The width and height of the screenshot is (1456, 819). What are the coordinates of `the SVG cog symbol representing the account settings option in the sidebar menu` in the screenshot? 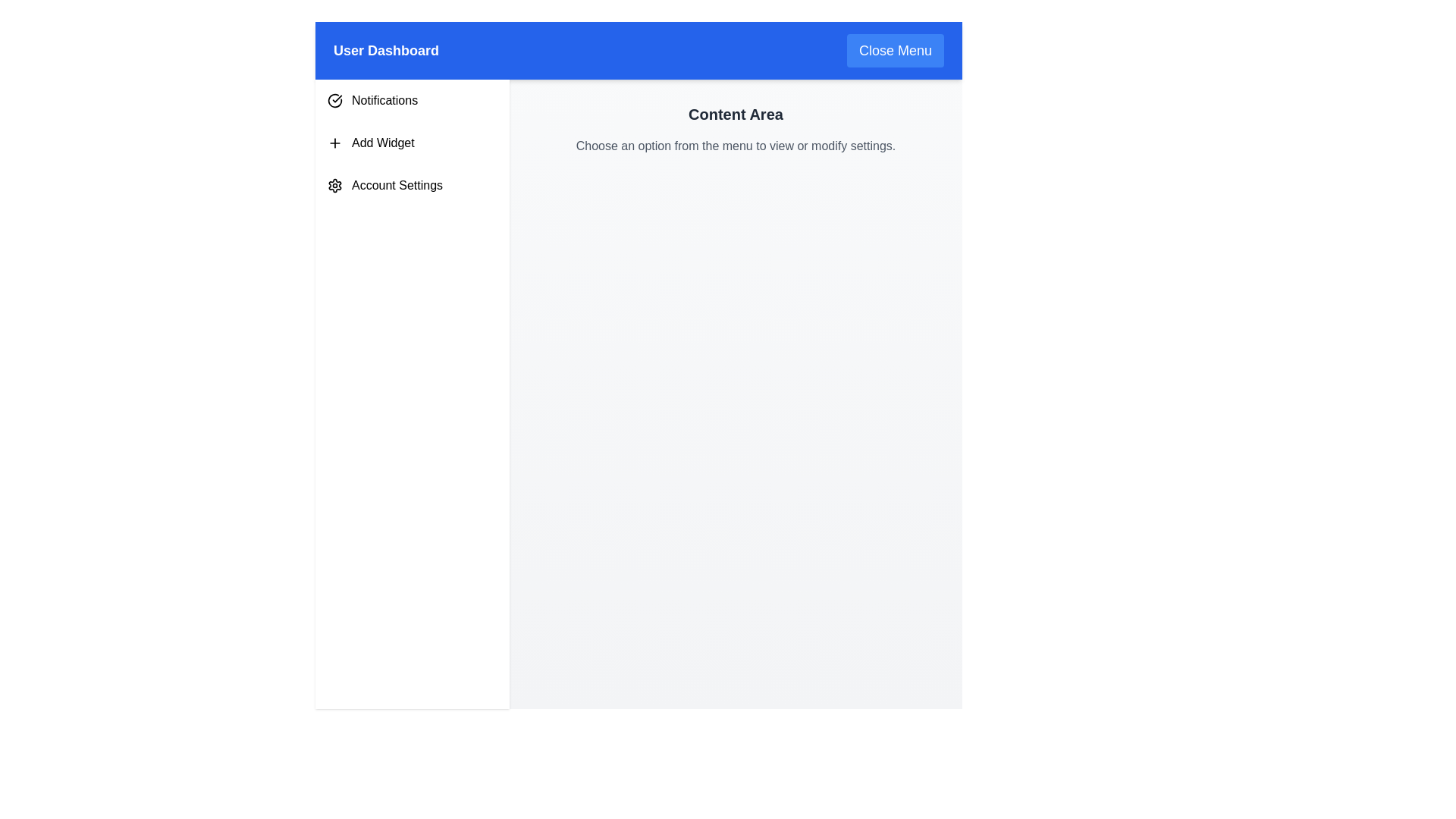 It's located at (334, 185).